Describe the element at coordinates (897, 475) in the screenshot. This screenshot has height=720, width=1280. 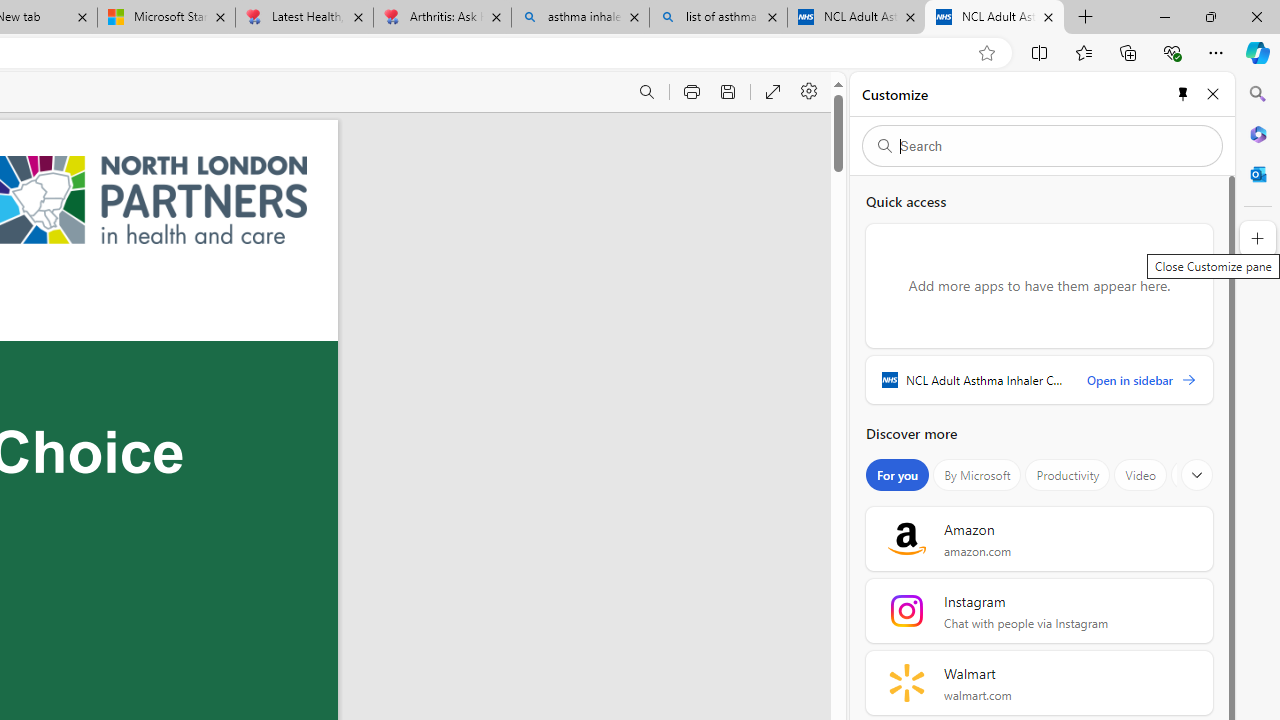
I see `'For you'` at that location.